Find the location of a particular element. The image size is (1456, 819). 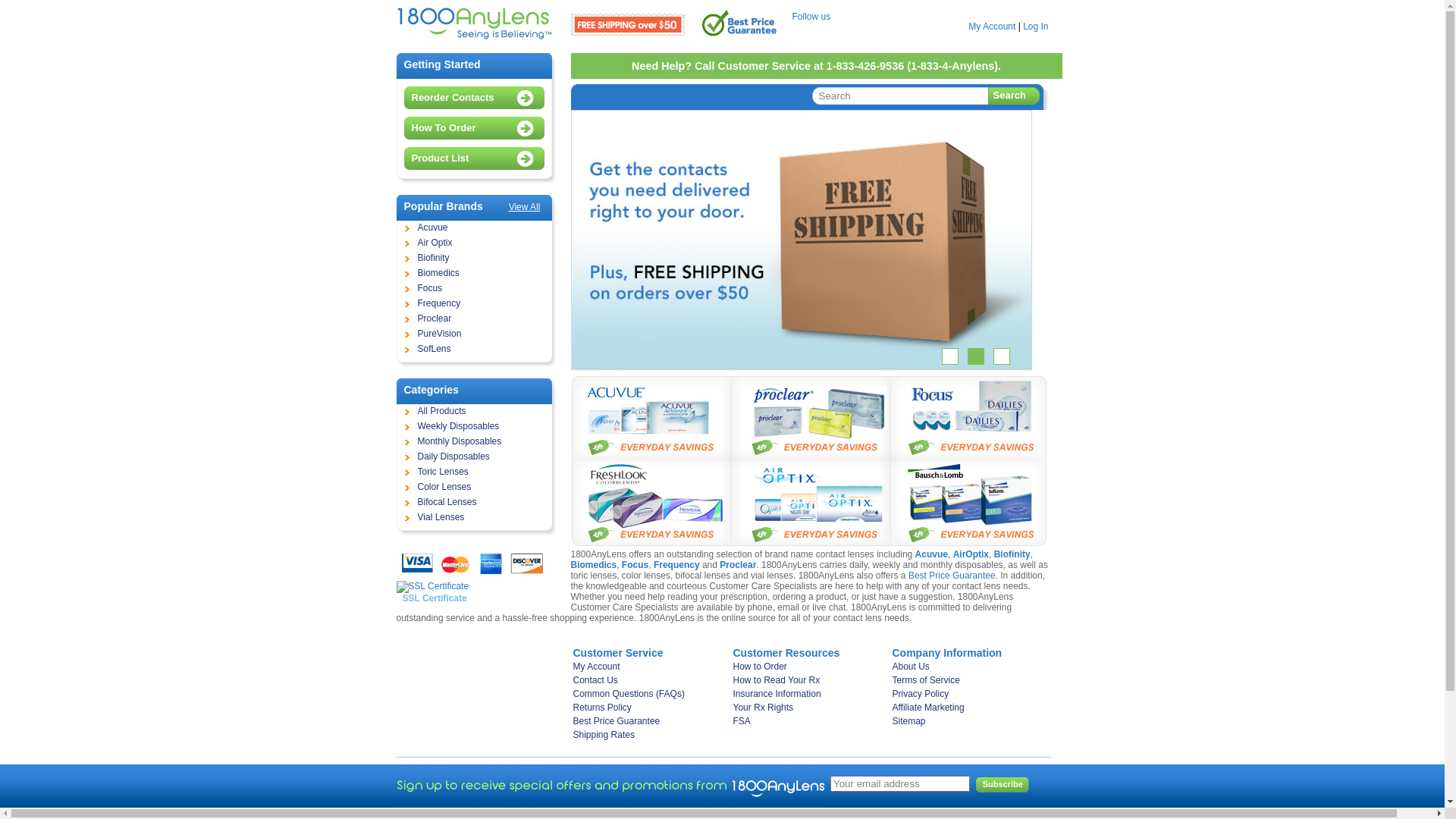

'AirOptix' is located at coordinates (971, 554).